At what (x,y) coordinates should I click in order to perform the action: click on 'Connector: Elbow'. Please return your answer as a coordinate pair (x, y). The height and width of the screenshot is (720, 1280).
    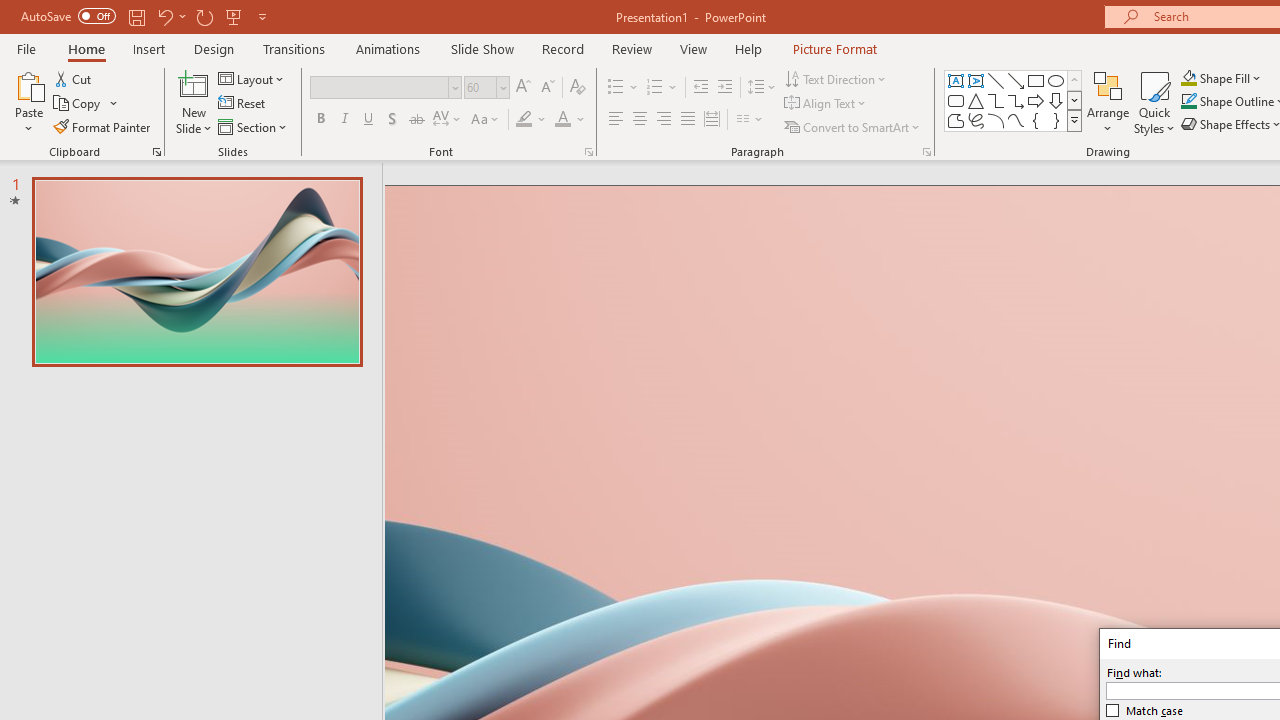
    Looking at the image, I should click on (995, 100).